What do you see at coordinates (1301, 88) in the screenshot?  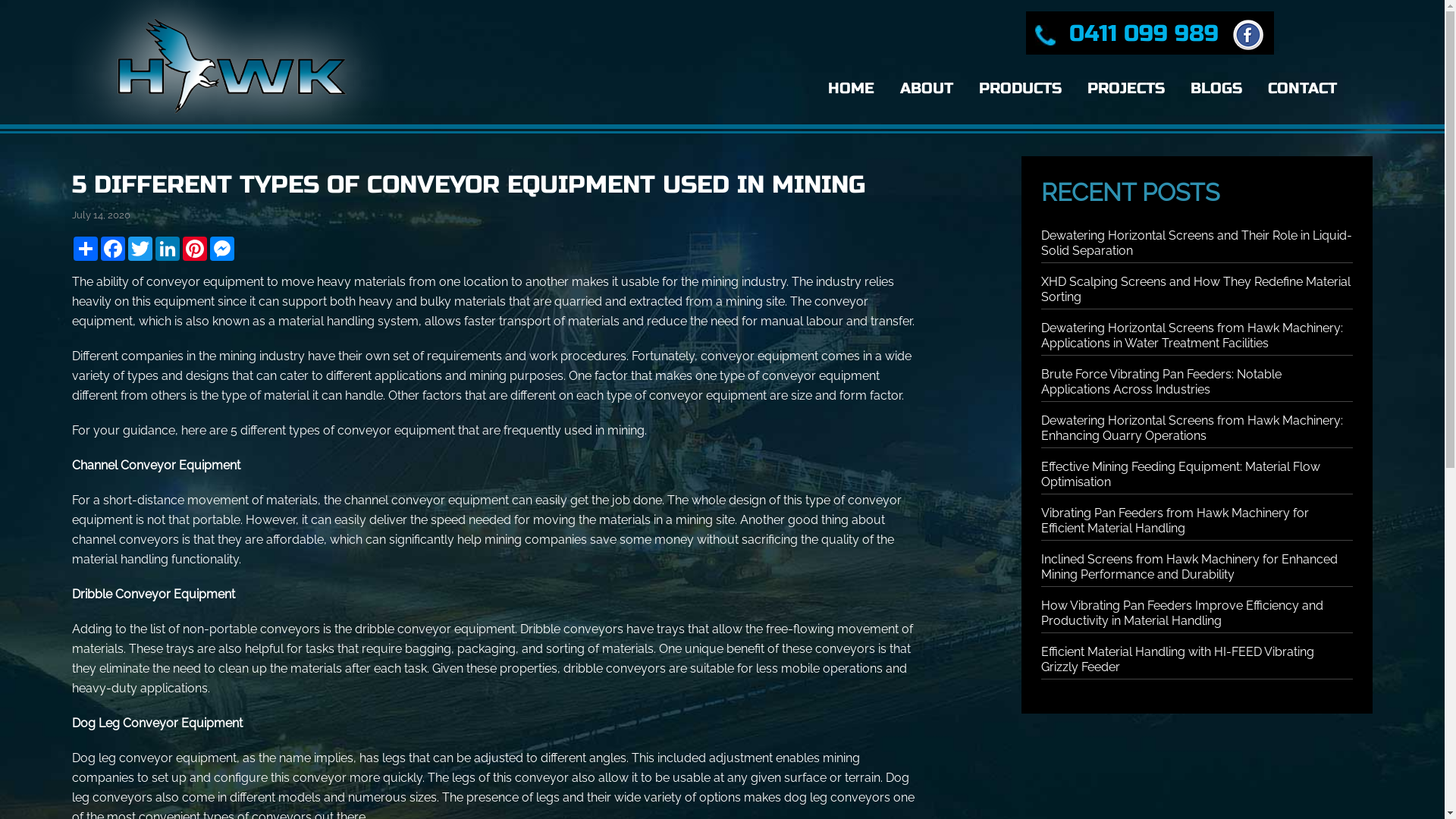 I see `'CONTACT'` at bounding box center [1301, 88].